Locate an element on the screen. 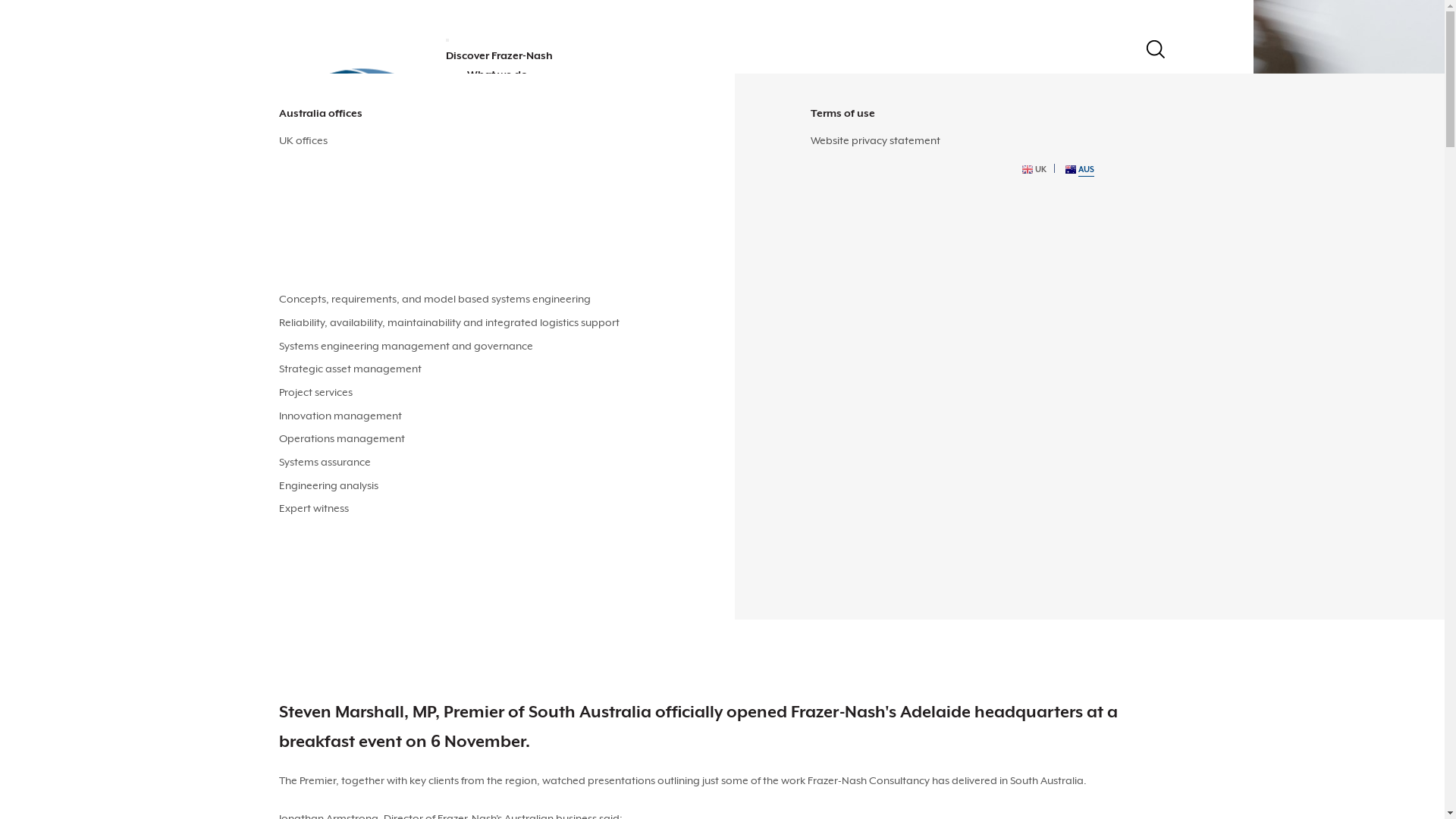  'Discover Frazer-Nash' is located at coordinates (499, 55).